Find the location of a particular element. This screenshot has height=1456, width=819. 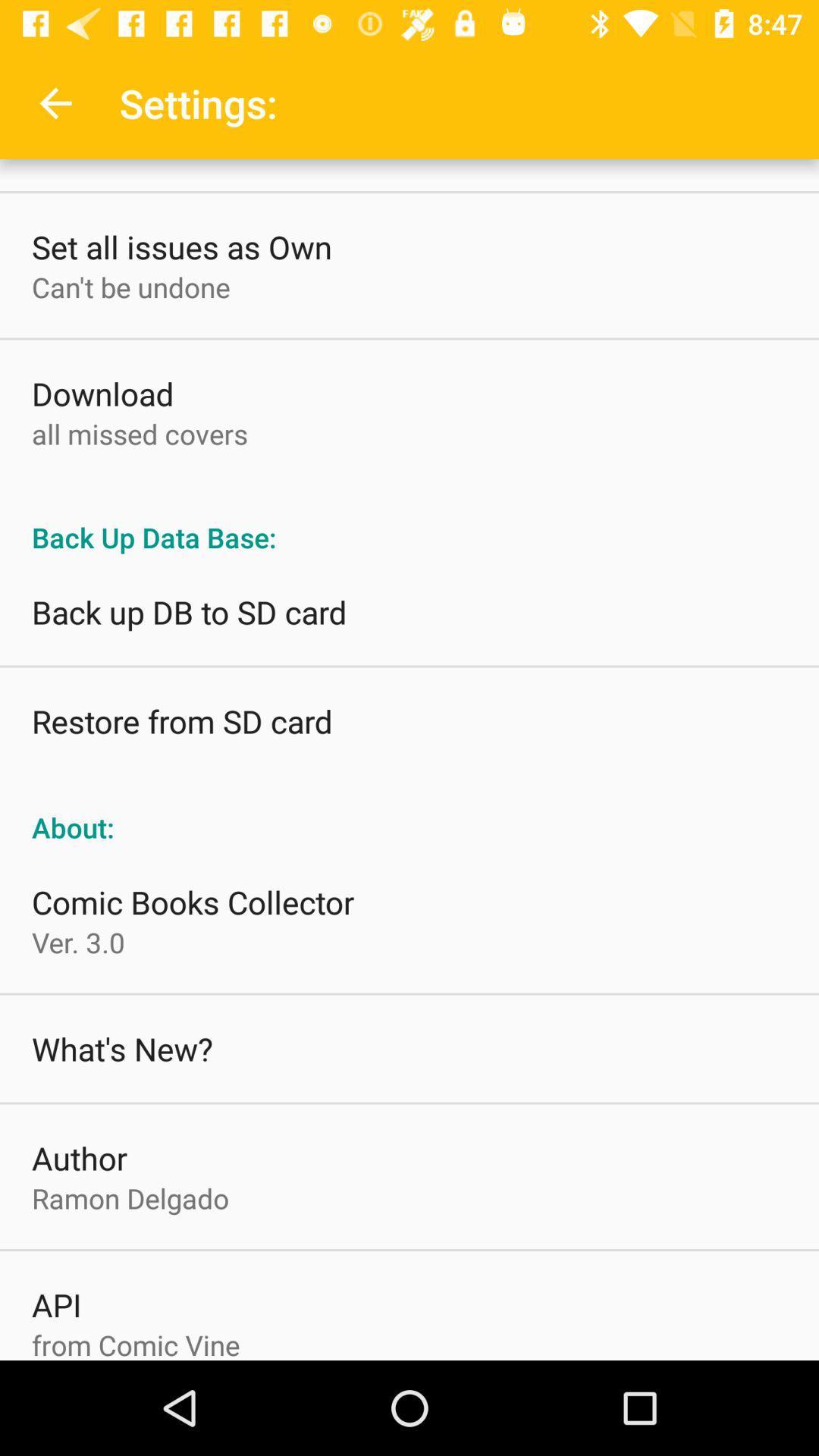

item above can t be icon is located at coordinates (180, 246).